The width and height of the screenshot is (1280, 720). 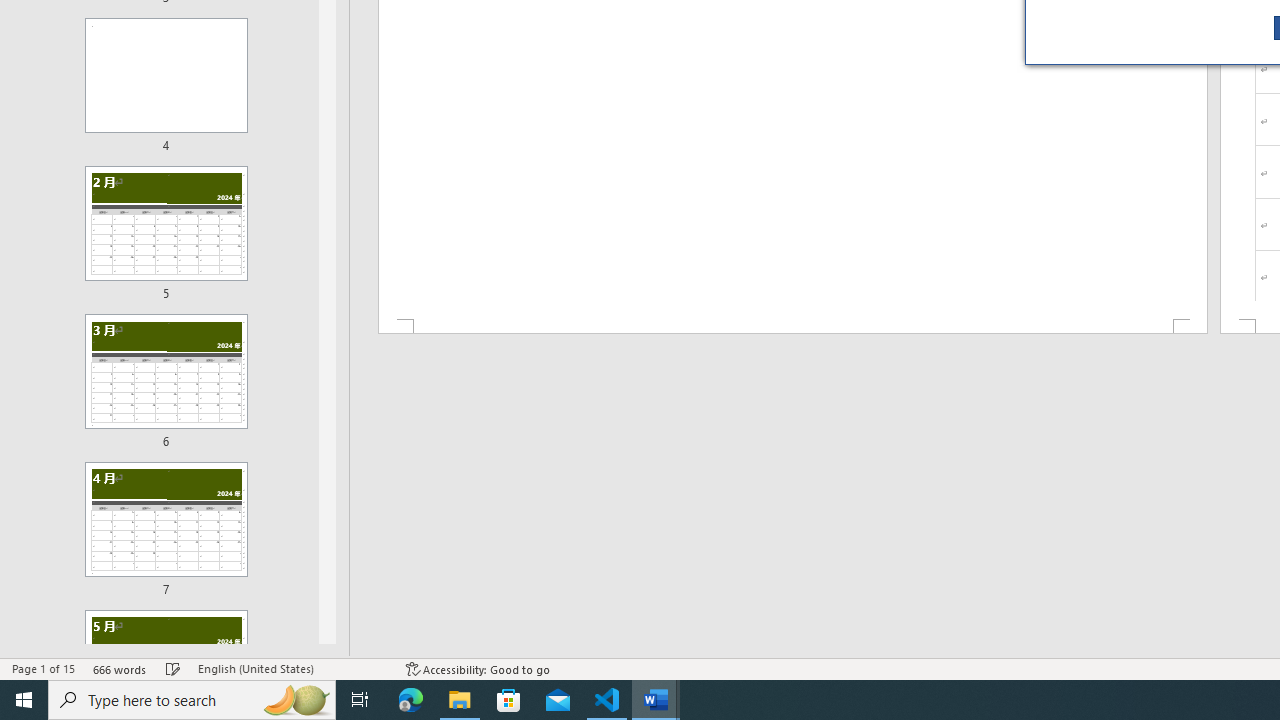 I want to click on 'Start', so click(x=24, y=698).